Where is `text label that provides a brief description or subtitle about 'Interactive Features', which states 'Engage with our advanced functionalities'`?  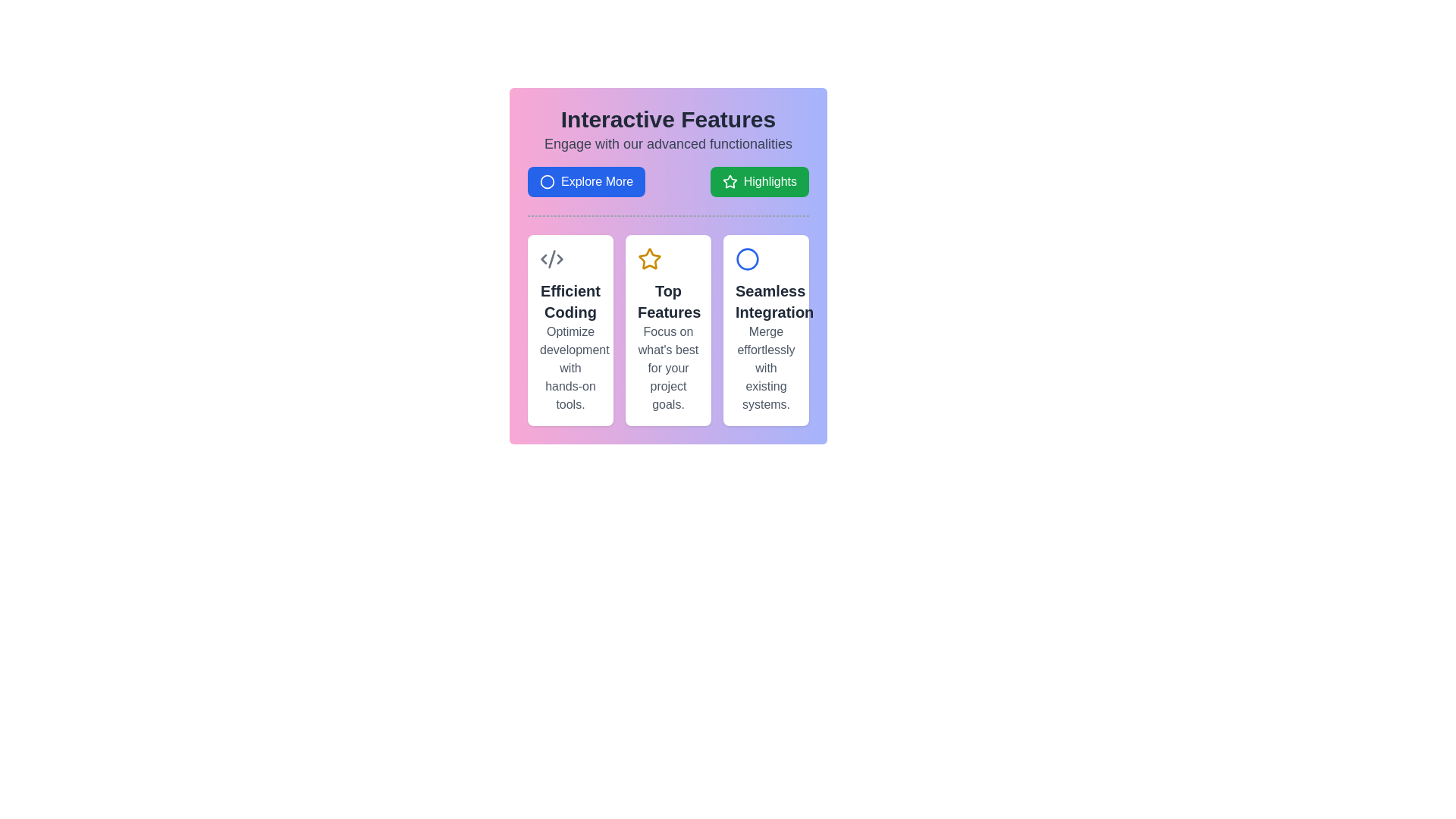 text label that provides a brief description or subtitle about 'Interactive Features', which states 'Engage with our advanced functionalities' is located at coordinates (667, 143).